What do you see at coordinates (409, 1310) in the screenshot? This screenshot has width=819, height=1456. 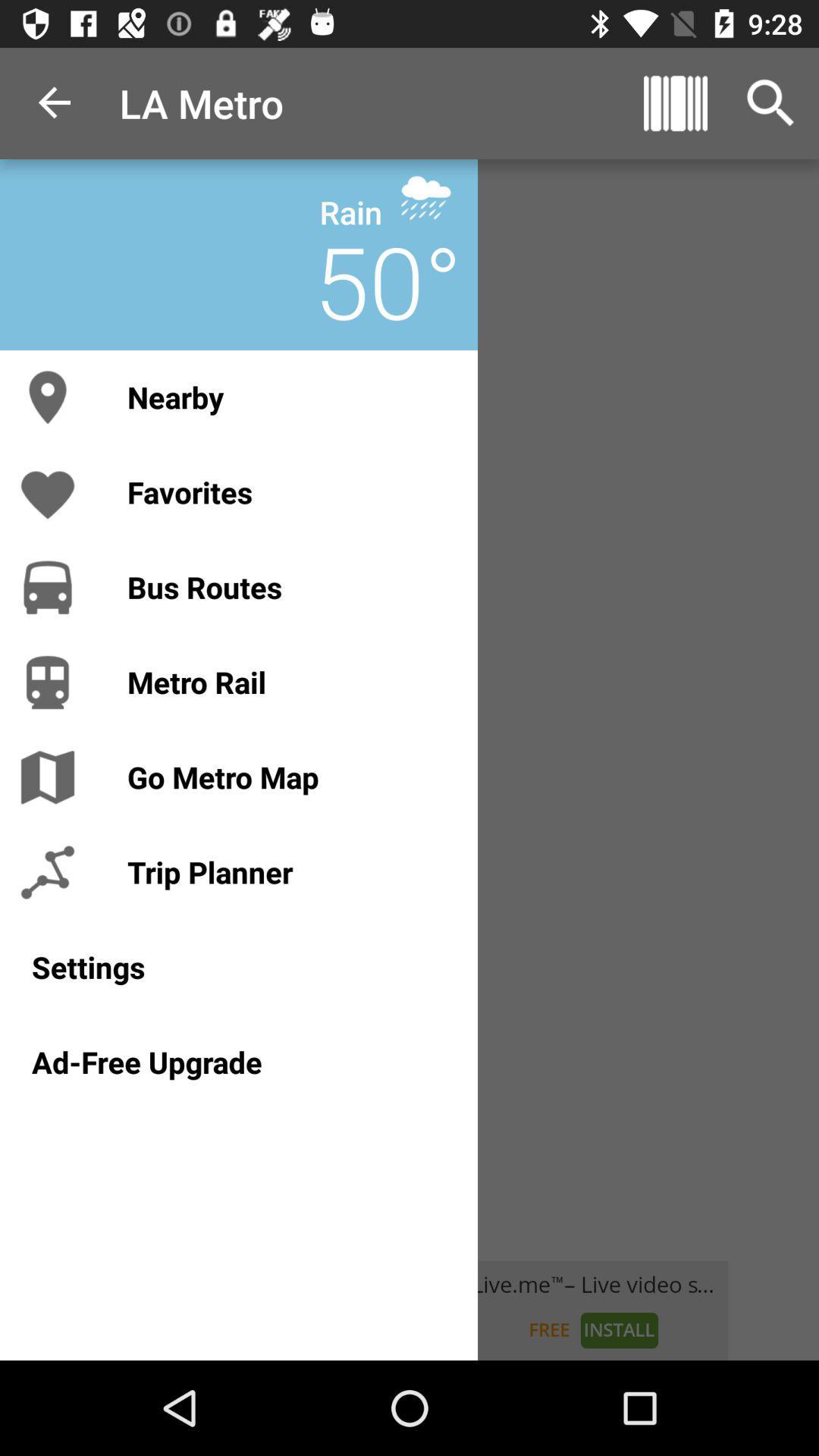 I see `advertisement banner` at bounding box center [409, 1310].